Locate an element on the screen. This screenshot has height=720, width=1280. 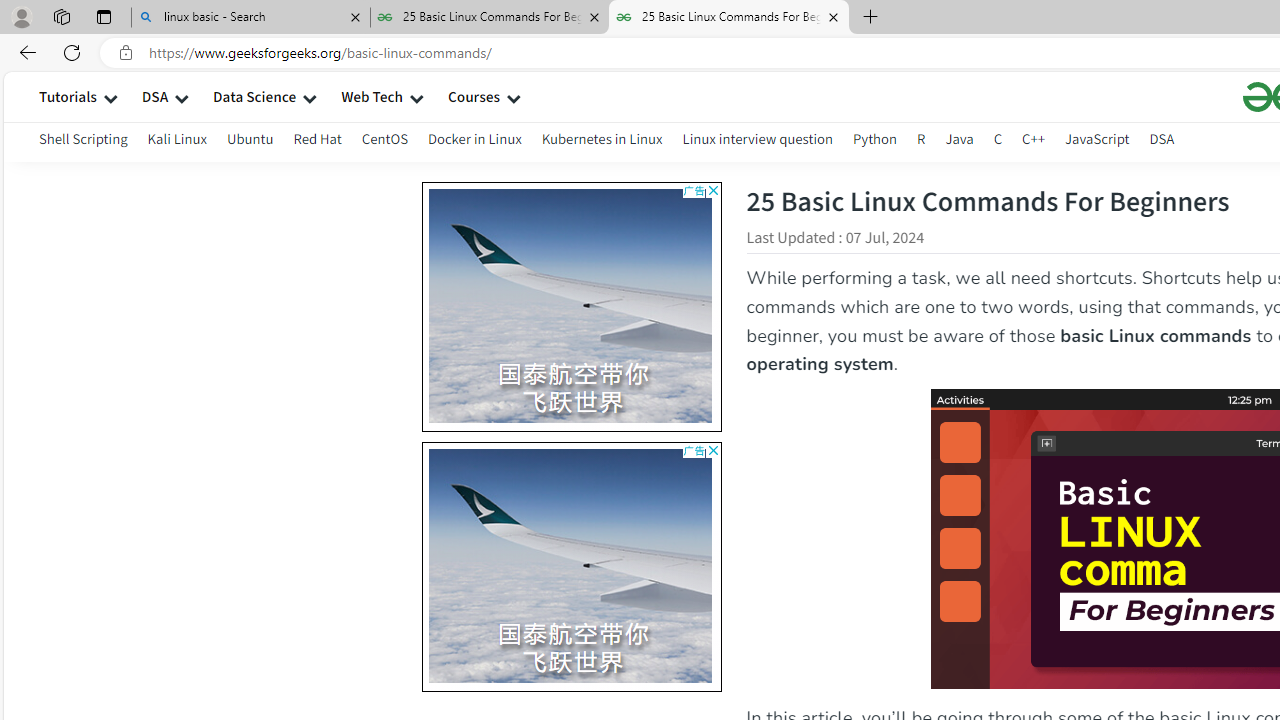
'Kubernetes in Linux' is located at coordinates (601, 141).